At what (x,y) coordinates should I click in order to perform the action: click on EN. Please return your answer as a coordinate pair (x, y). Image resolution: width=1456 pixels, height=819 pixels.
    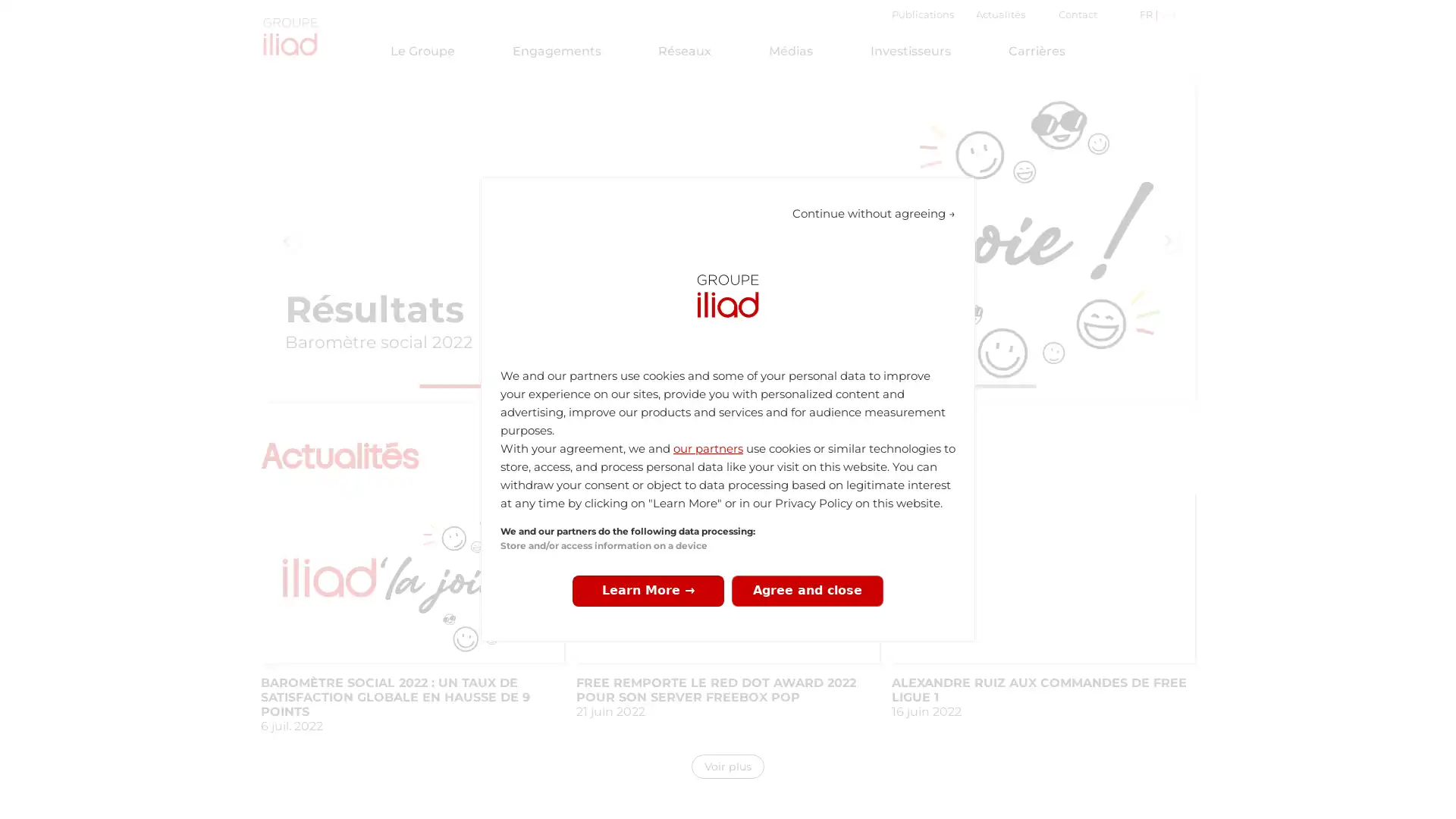
    Looking at the image, I should click on (1165, 14).